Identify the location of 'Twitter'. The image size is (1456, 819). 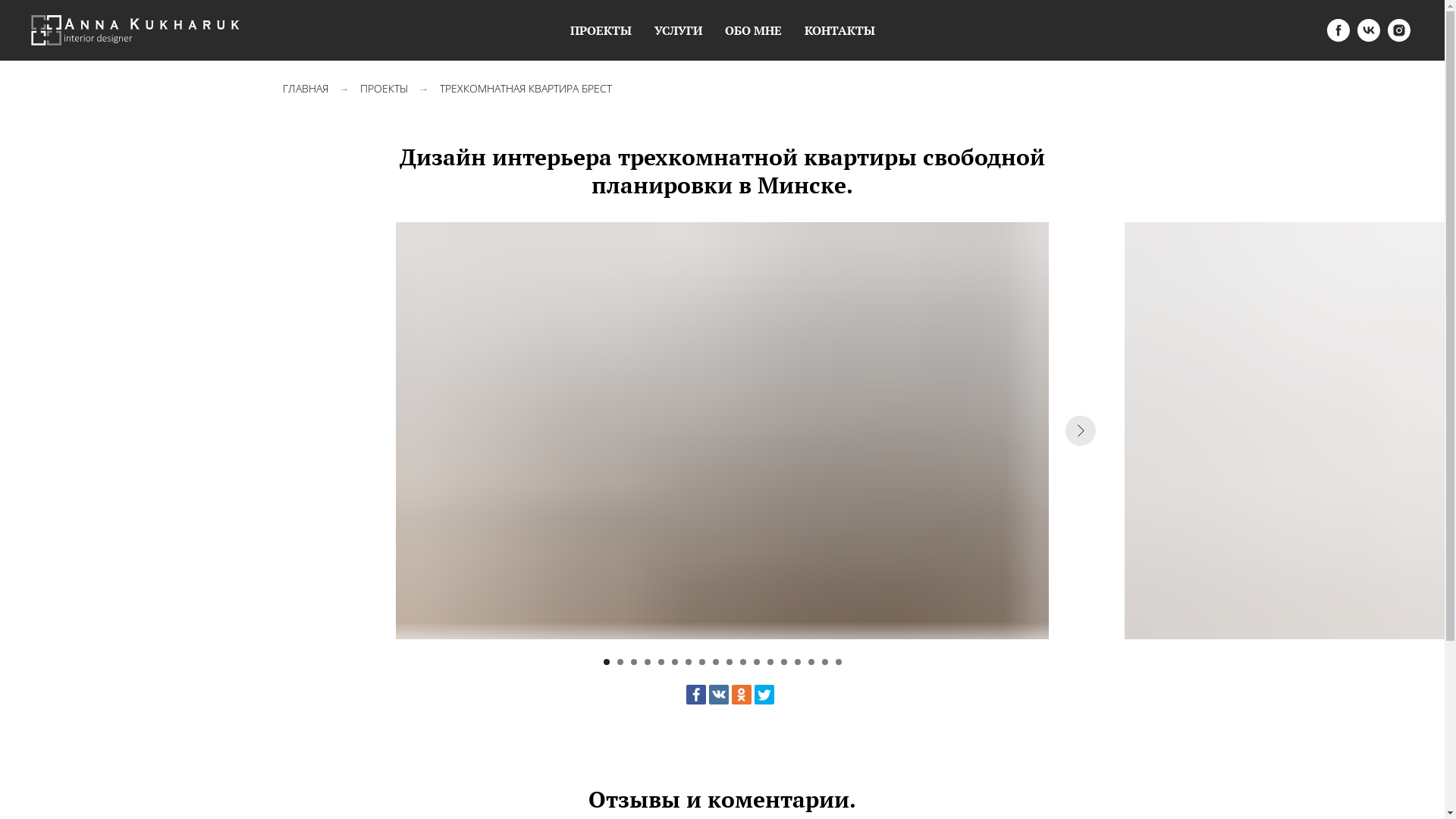
(764, 694).